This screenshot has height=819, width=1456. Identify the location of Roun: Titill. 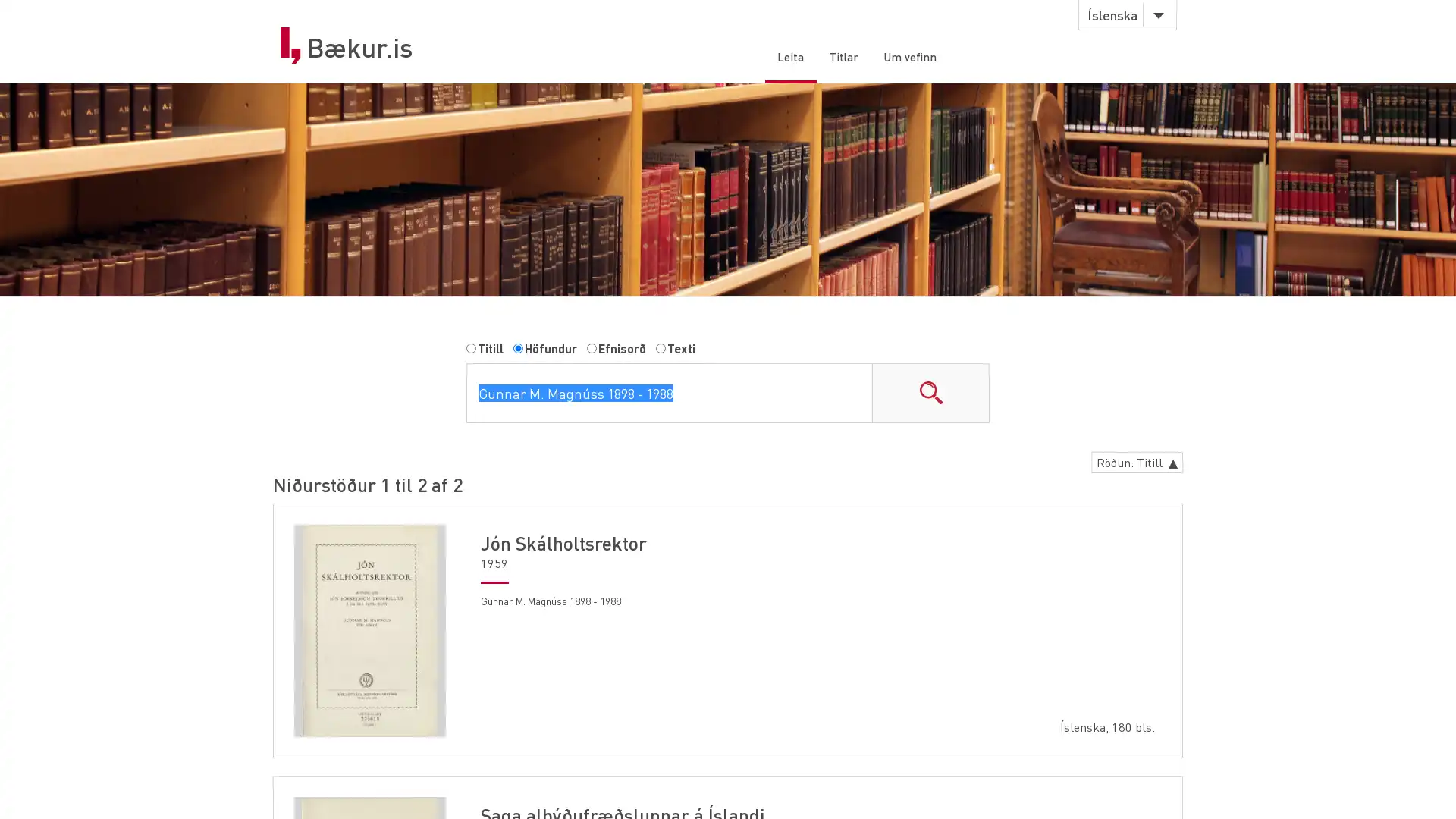
(1132, 464).